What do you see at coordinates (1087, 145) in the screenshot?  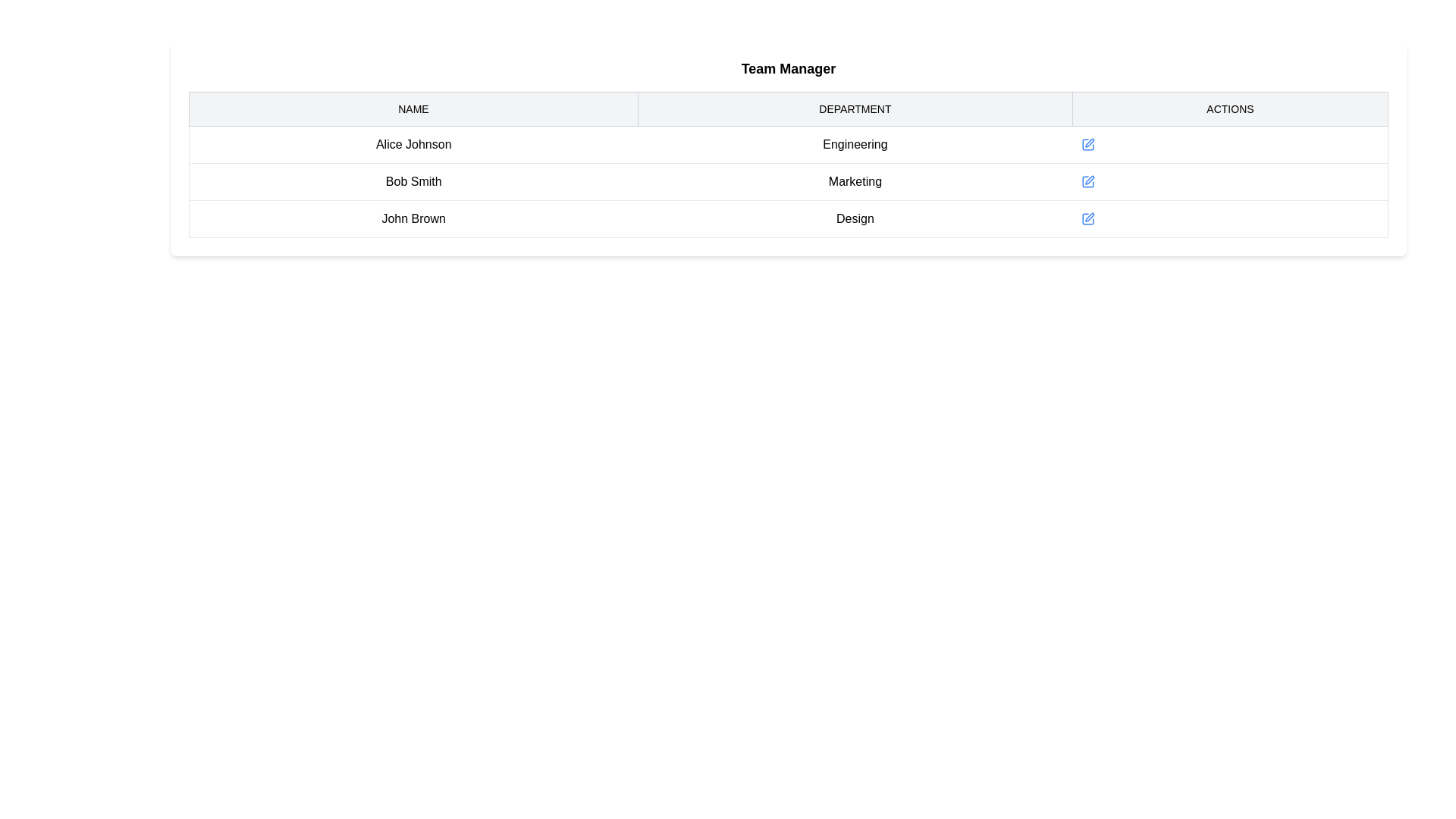 I see `the edit icon button located in the Actions column of the first row in the table aligned with the Engineering department entry to initiate the edit action` at bounding box center [1087, 145].